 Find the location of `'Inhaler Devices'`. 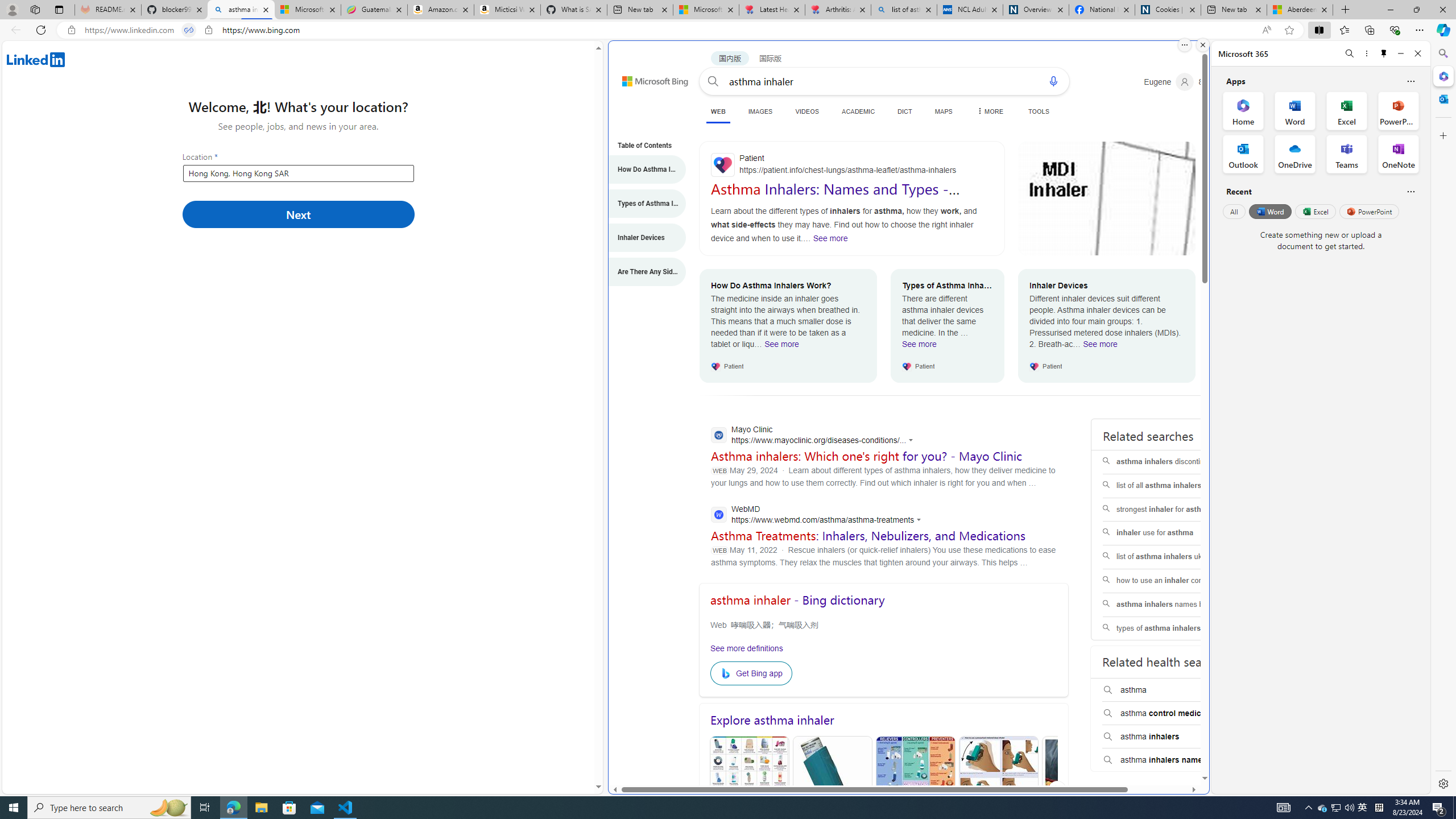

'Inhaler Devices' is located at coordinates (640, 237).